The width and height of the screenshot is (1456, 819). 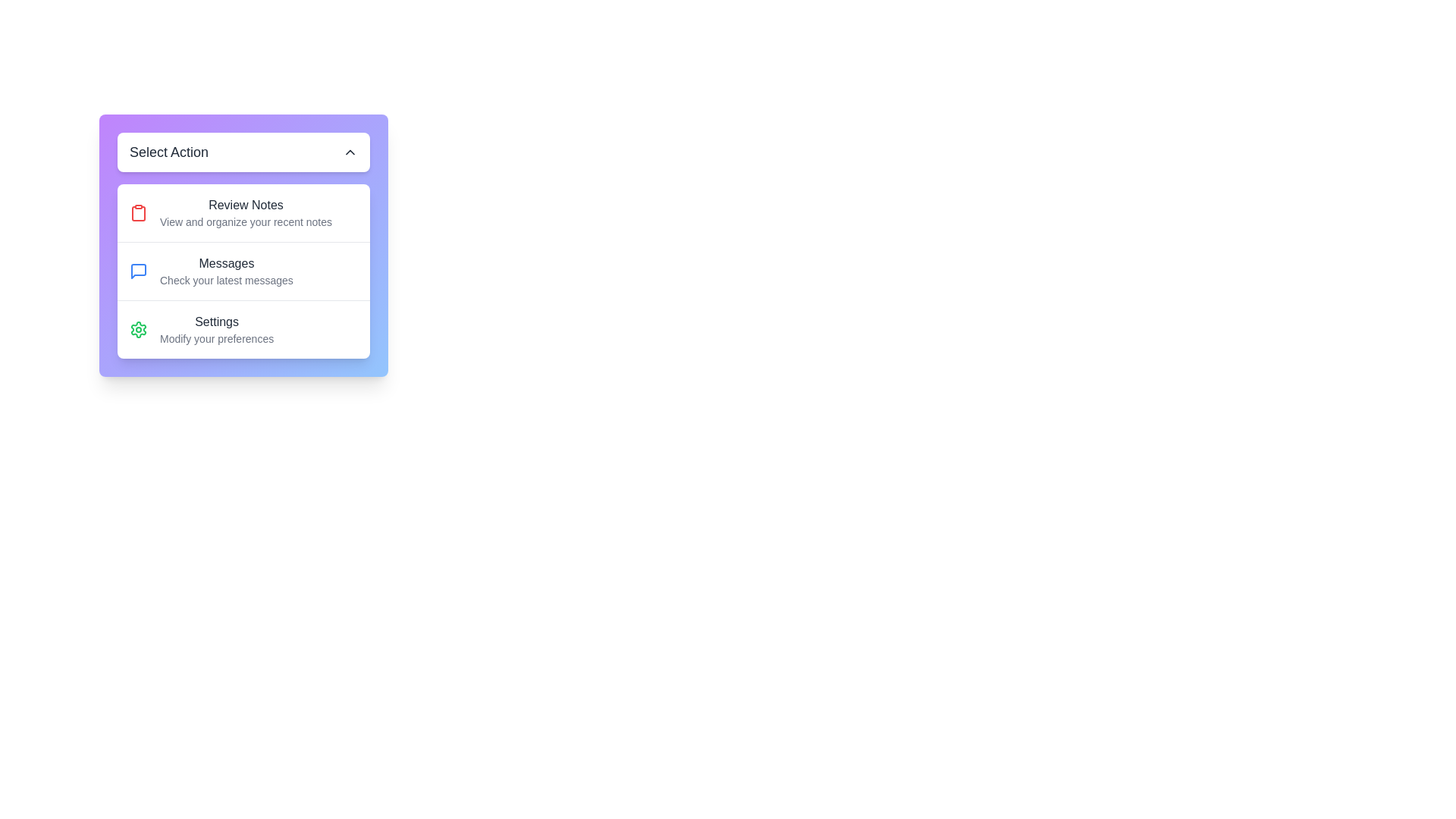 What do you see at coordinates (138, 329) in the screenshot?
I see `the settings icon located on the left side of the 'Settings' row in the vertical list by clicking on it` at bounding box center [138, 329].